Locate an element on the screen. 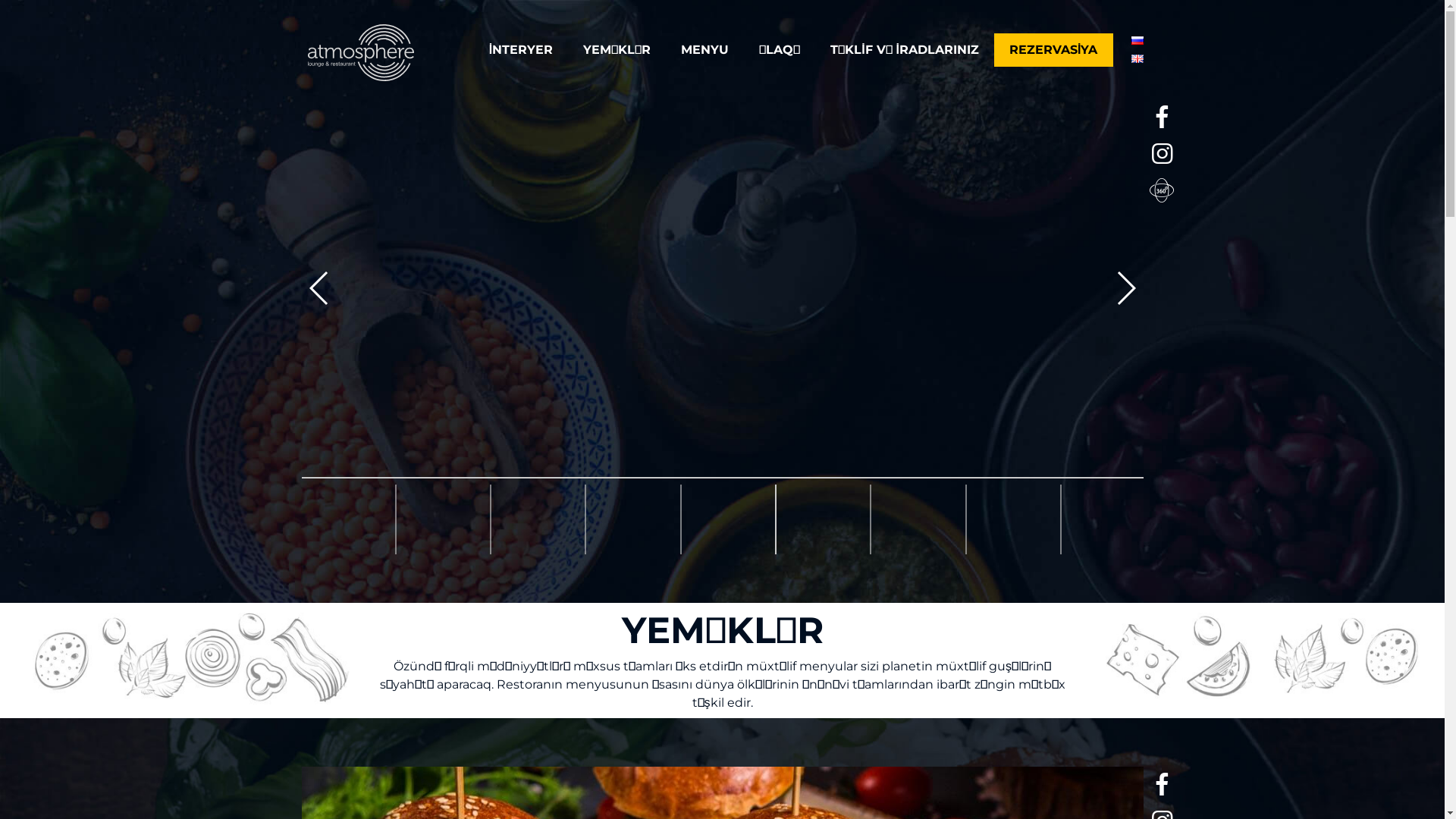  'MENYU' is located at coordinates (704, 49).